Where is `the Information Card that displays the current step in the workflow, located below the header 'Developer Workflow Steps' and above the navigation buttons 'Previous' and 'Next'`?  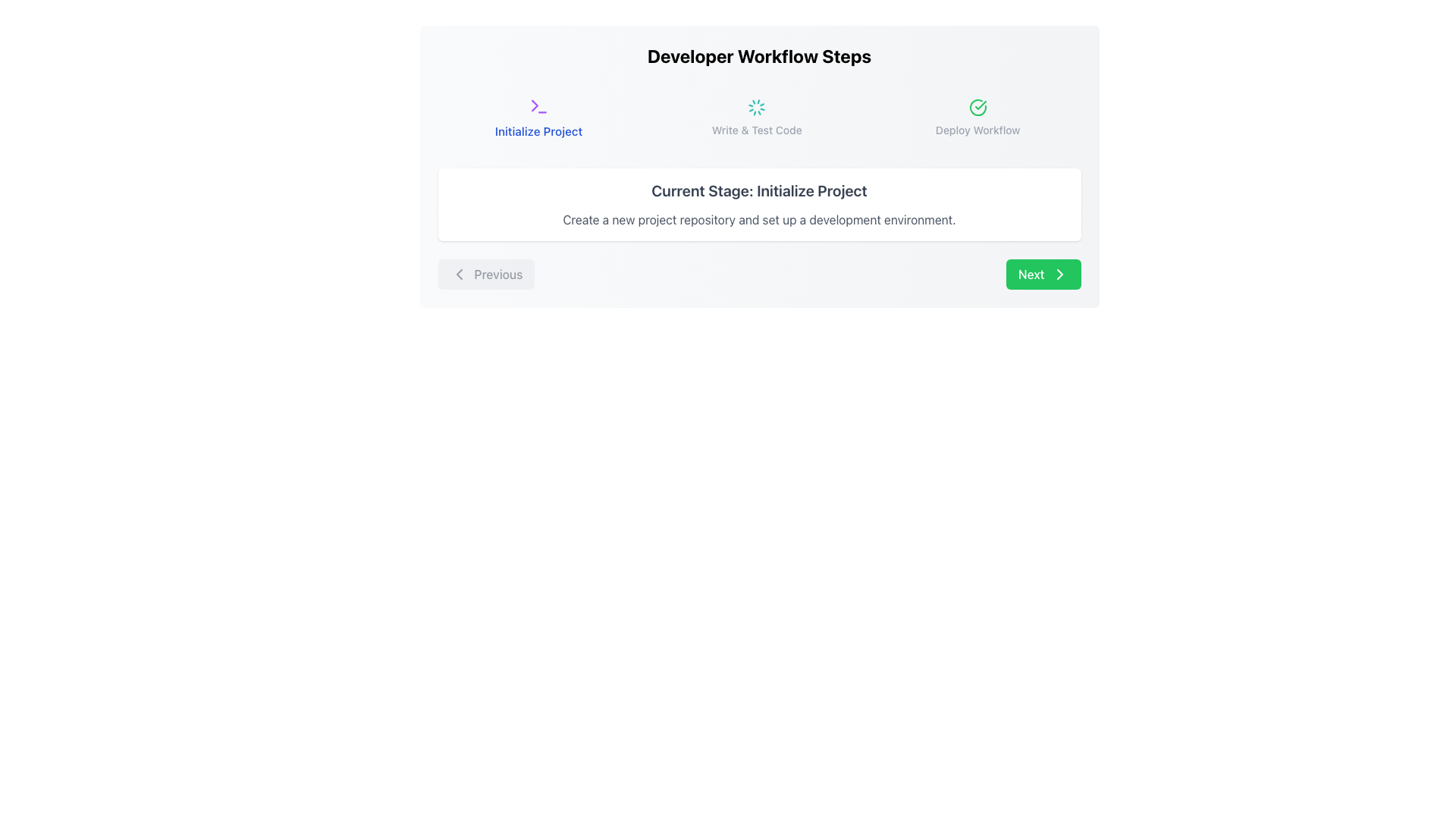
the Information Card that displays the current step in the workflow, located below the header 'Developer Workflow Steps' and above the navigation buttons 'Previous' and 'Next' is located at coordinates (759, 205).